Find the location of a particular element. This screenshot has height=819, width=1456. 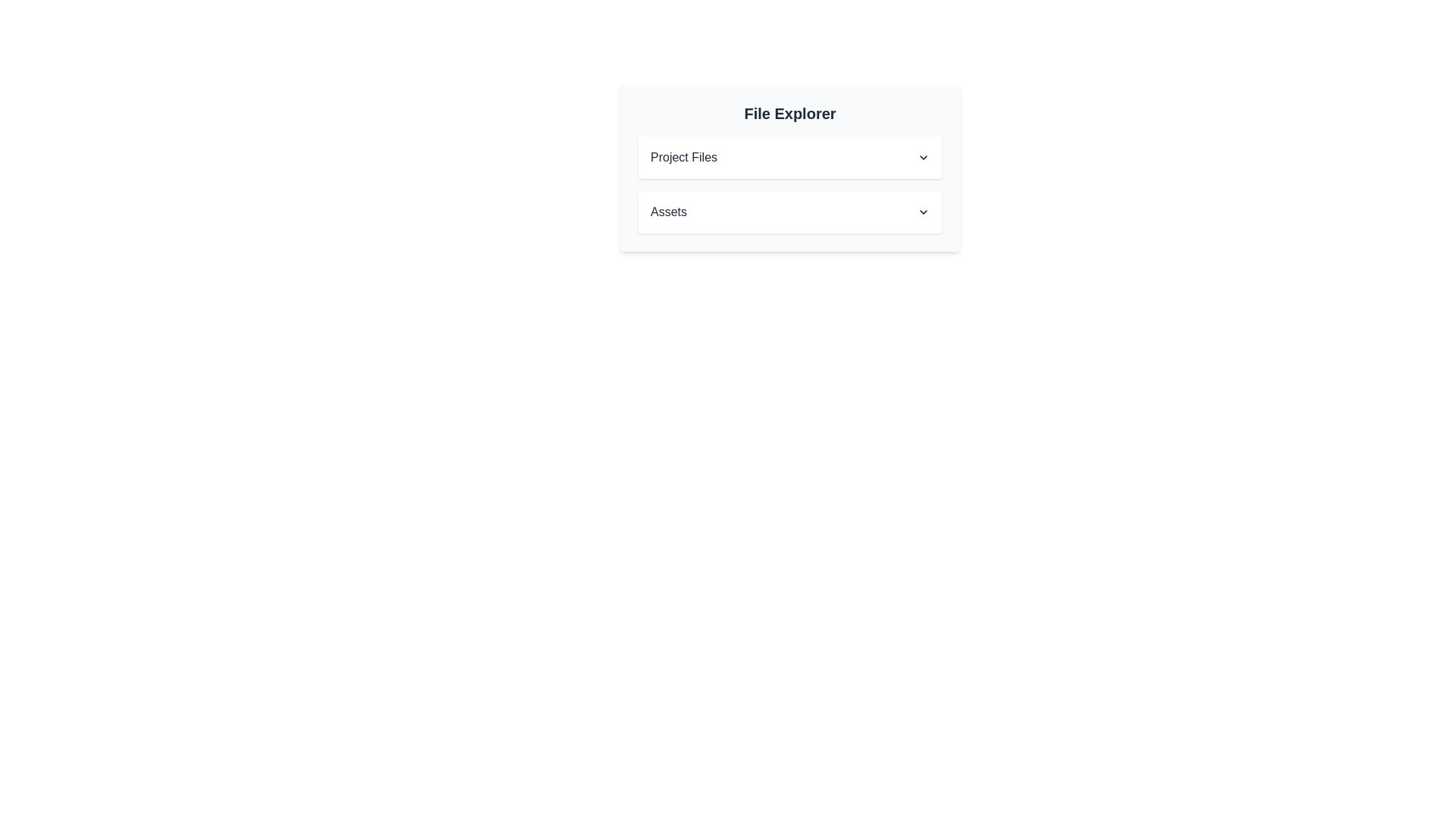

the 'File Explorer' dropdown options element, which contains the labels 'Project Files' and 'Assets' is located at coordinates (789, 168).